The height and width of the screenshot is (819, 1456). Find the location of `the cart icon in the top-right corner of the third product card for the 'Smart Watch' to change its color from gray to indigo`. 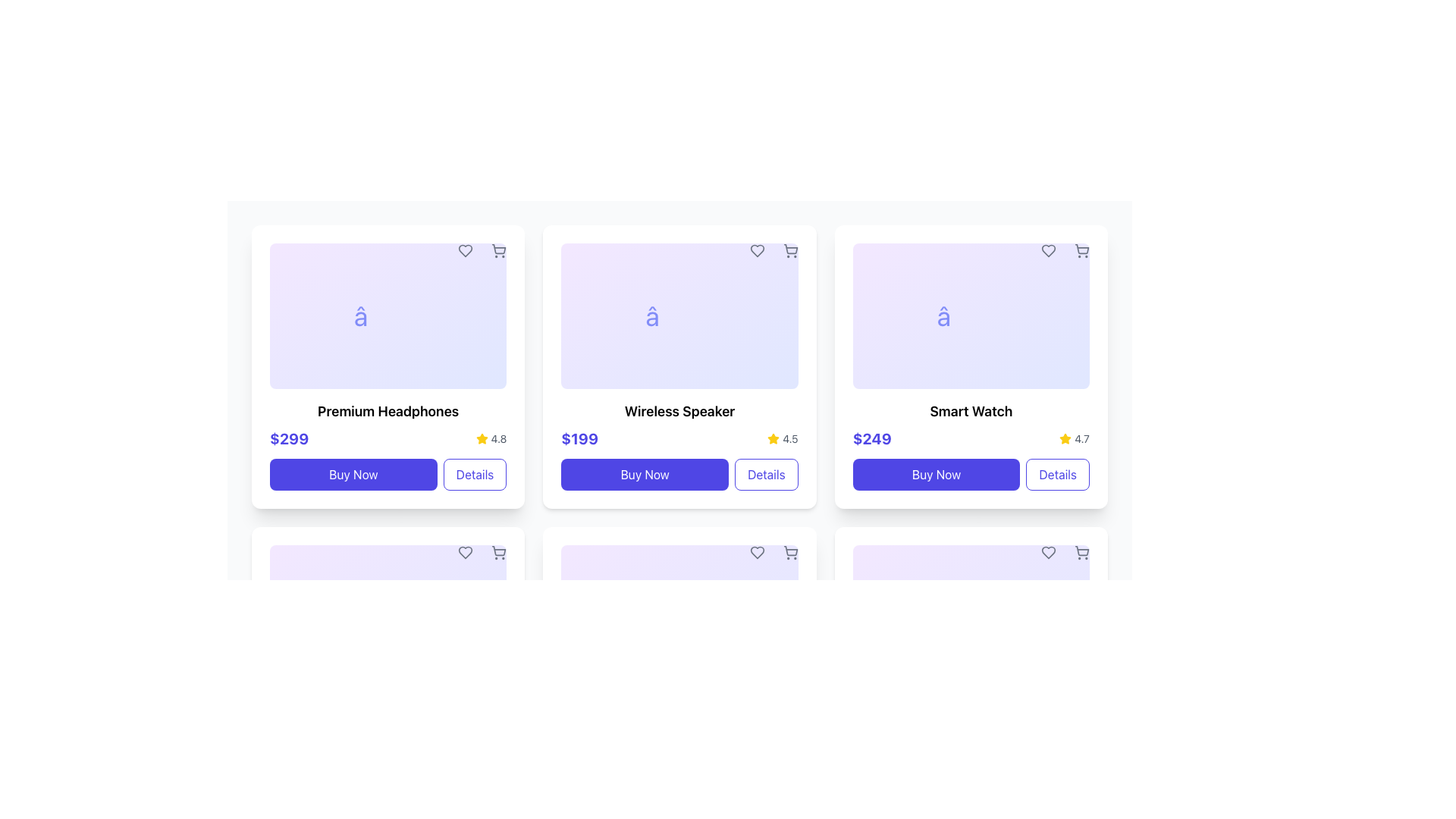

the cart icon in the top-right corner of the third product card for the 'Smart Watch' to change its color from gray to indigo is located at coordinates (1081, 250).